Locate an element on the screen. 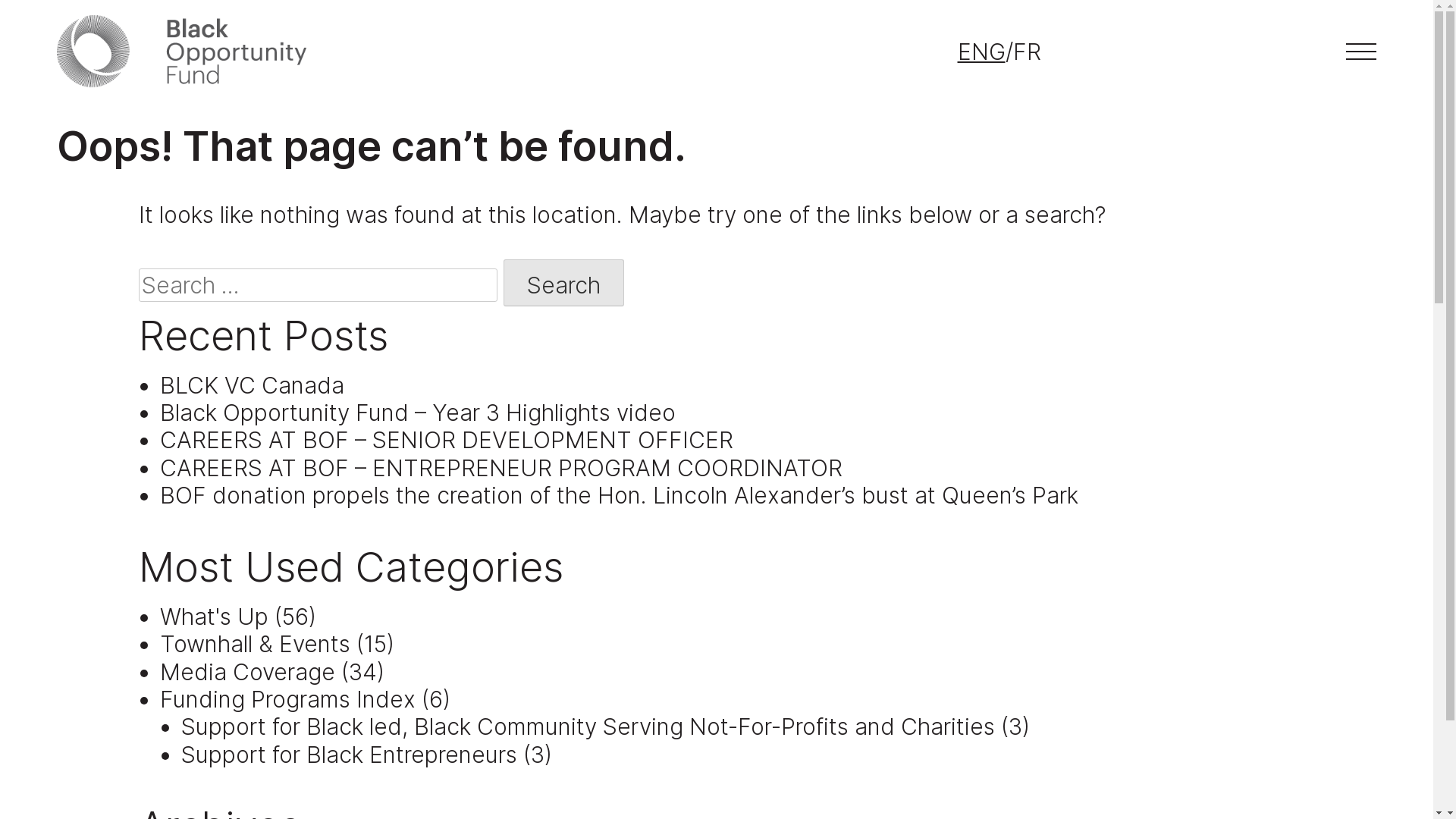 The height and width of the screenshot is (819, 1456). 'BLCK VC Canada' is located at coordinates (252, 384).